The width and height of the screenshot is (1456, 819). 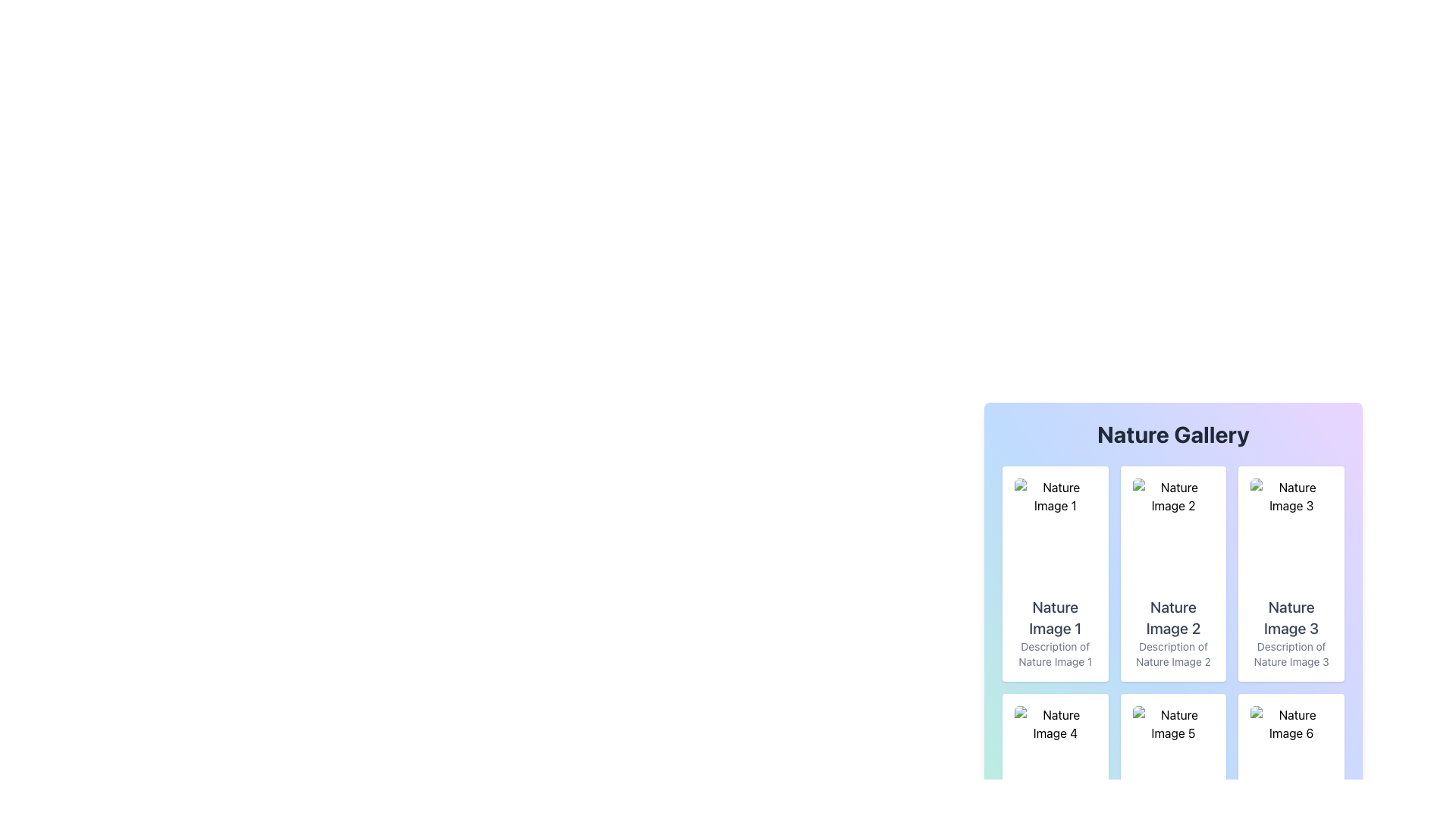 What do you see at coordinates (1172, 617) in the screenshot?
I see `the text label that serves as a title for the image displayed in the card, located at the center of the second column in the first row of a grid layout` at bounding box center [1172, 617].